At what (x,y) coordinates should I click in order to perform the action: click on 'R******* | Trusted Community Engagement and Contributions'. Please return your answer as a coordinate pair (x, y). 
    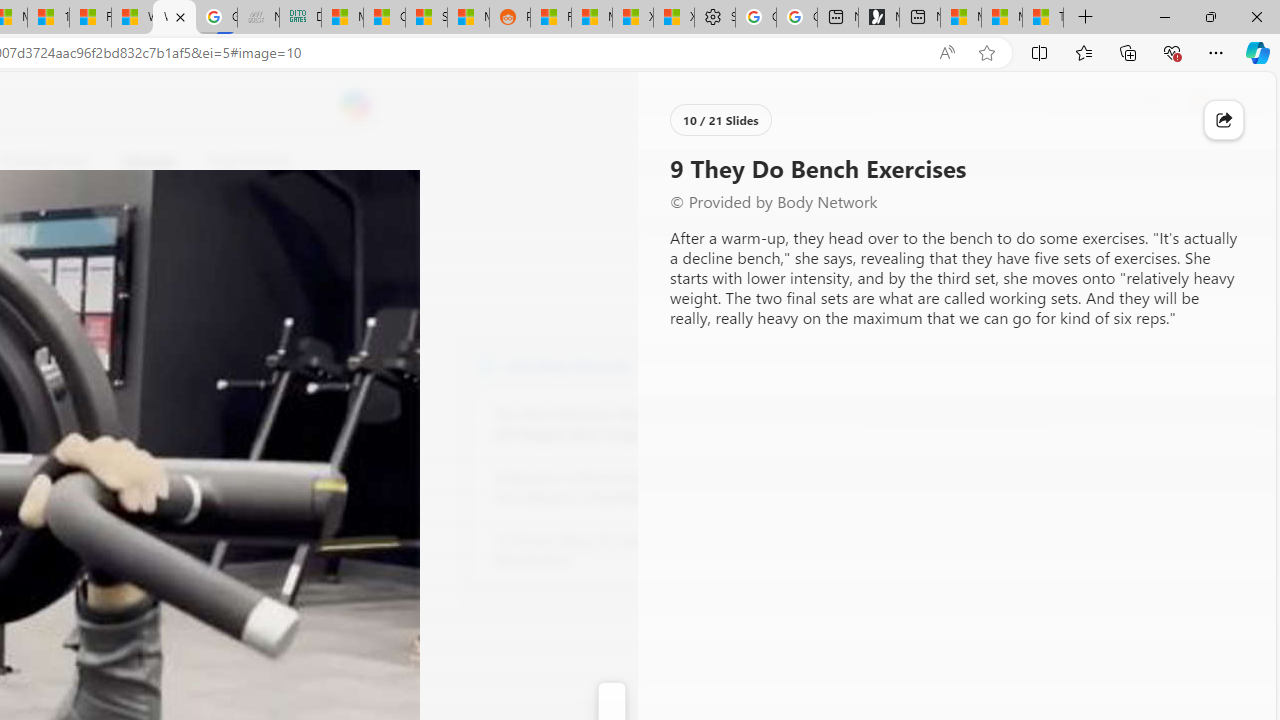
    Looking at the image, I should click on (551, 17).